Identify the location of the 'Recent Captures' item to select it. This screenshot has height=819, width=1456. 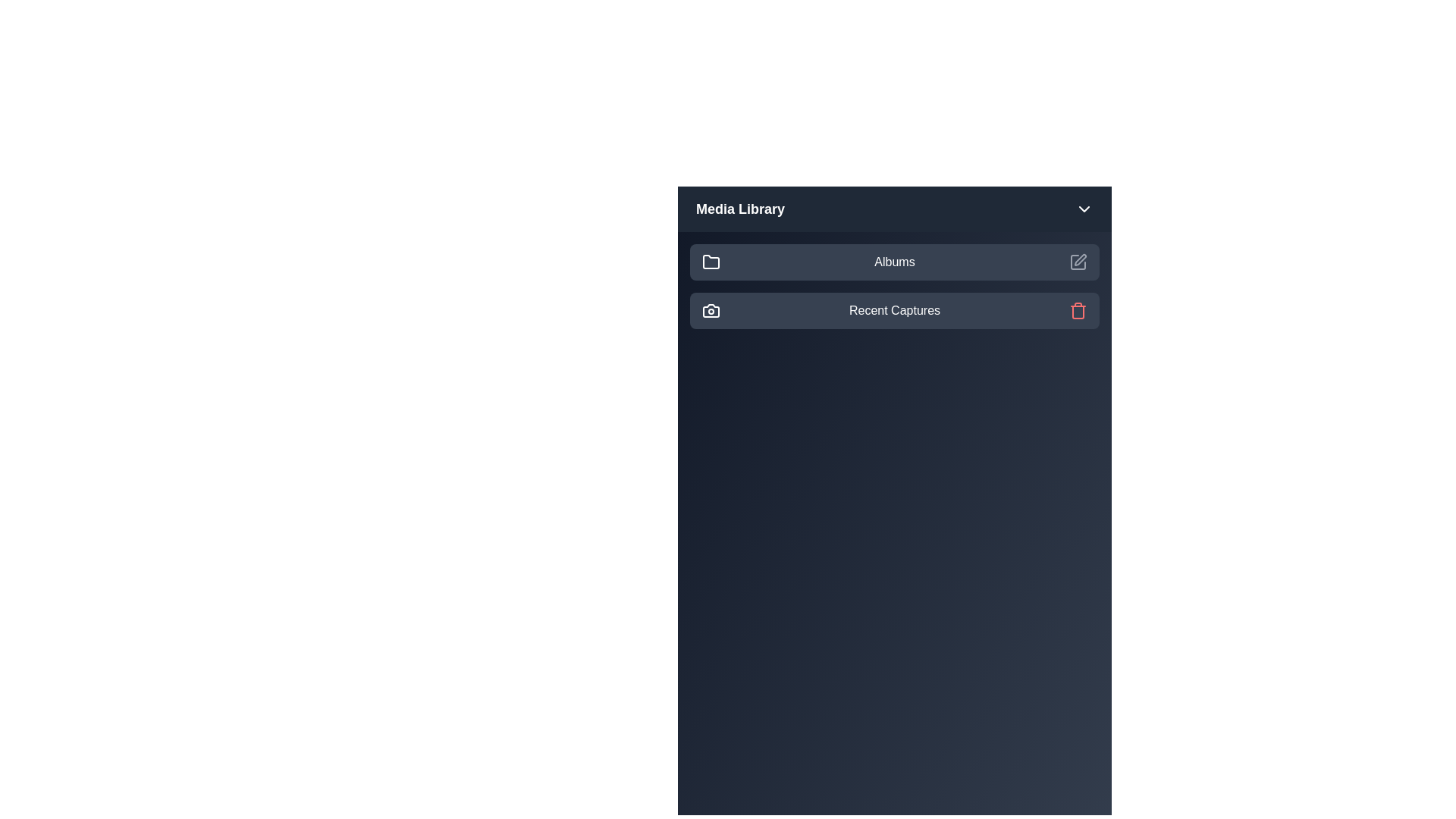
(895, 309).